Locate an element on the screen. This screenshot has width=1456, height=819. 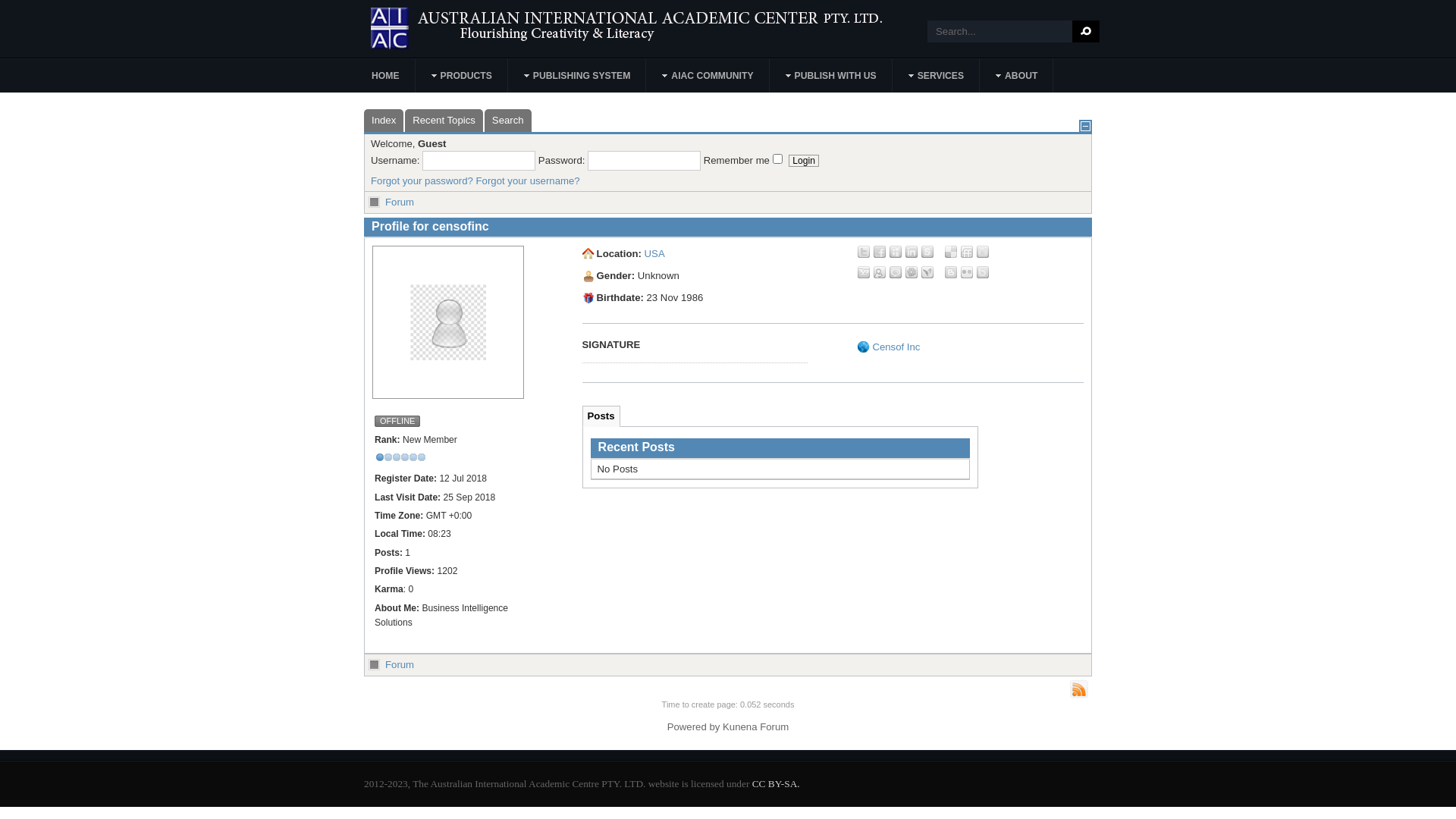
'HOME' is located at coordinates (385, 76).